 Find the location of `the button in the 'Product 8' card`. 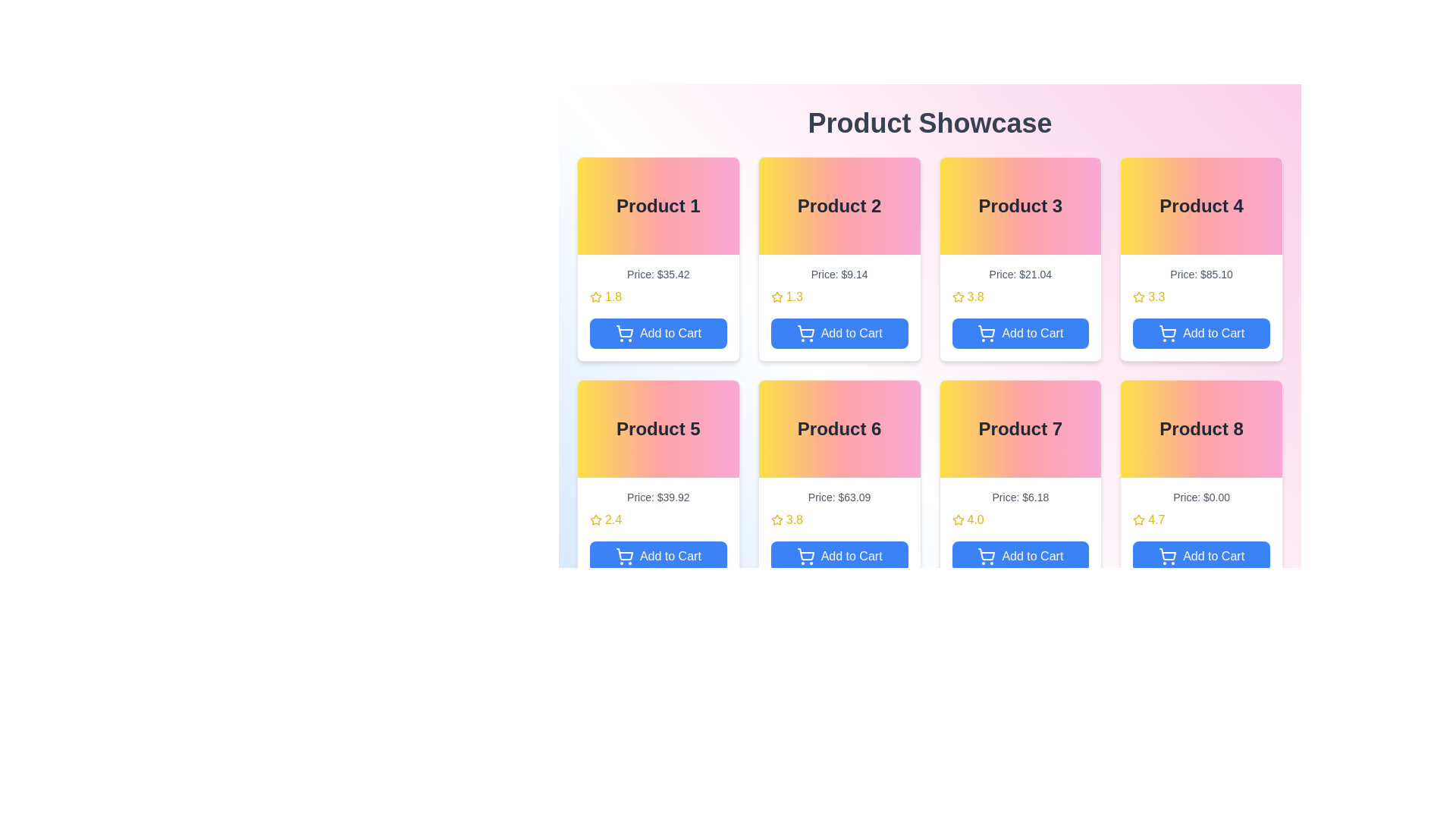

the button in the 'Product 8' card is located at coordinates (1200, 529).